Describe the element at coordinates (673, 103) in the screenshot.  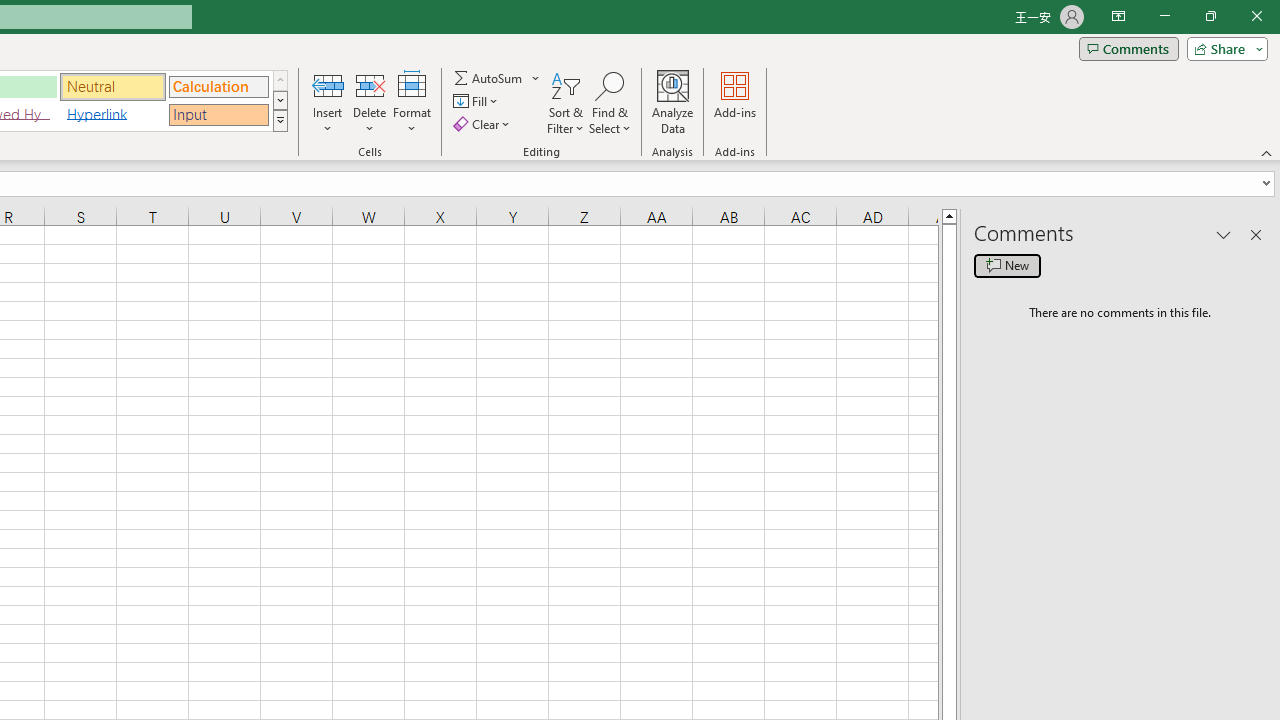
I see `'Analyze Data'` at that location.